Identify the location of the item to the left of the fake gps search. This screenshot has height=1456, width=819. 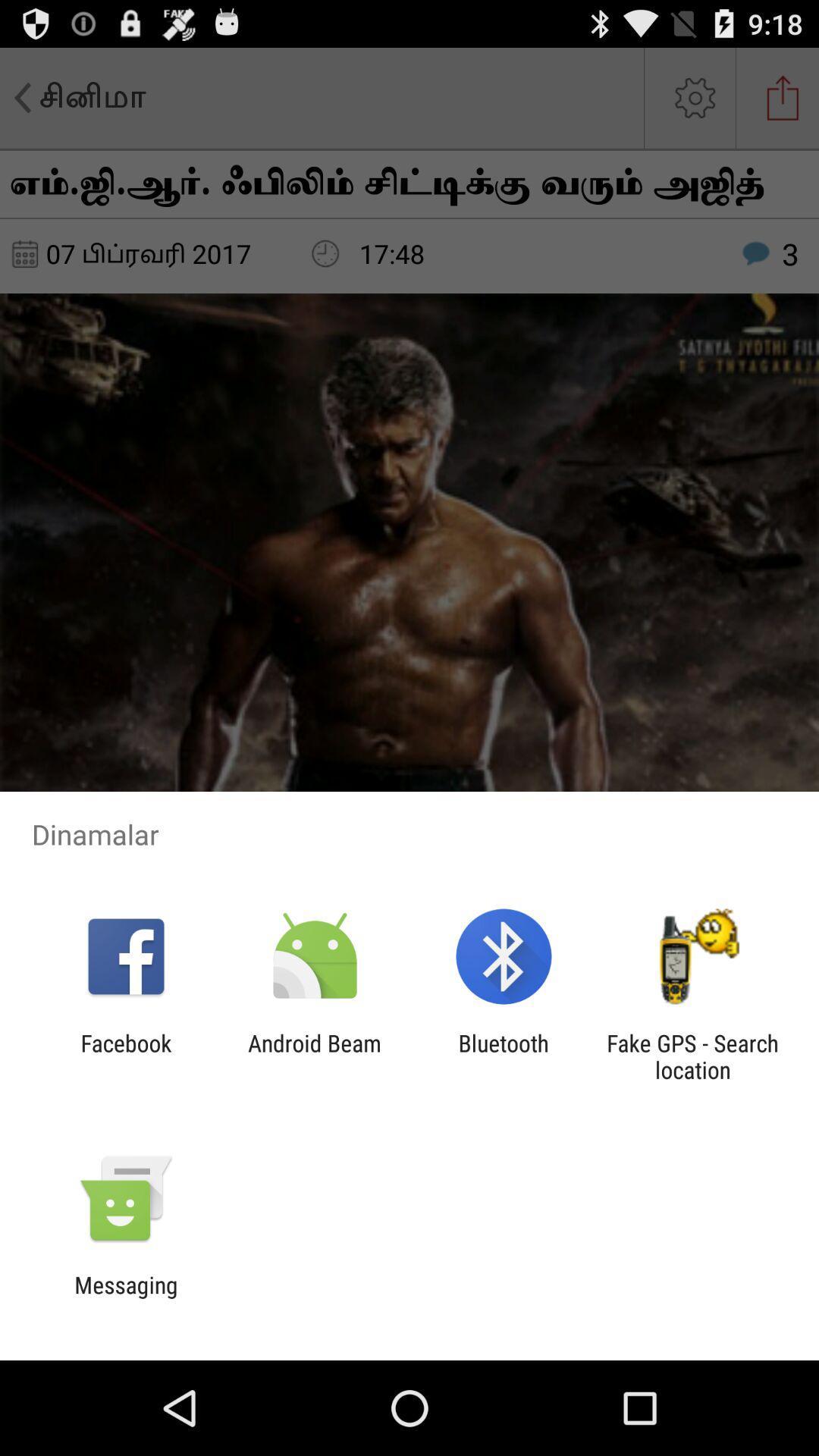
(504, 1056).